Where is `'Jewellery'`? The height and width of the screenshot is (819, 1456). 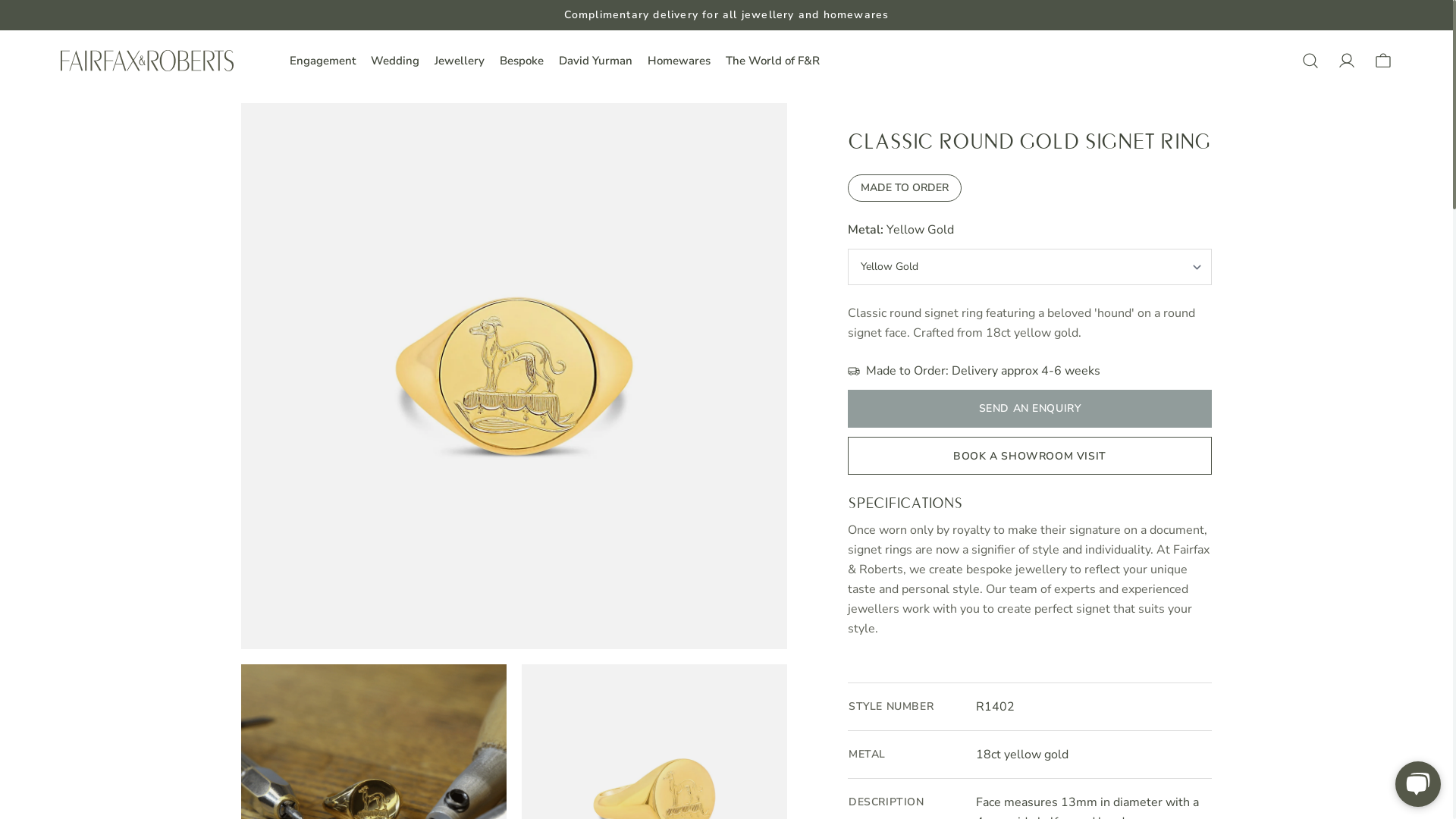
'Jewellery' is located at coordinates (458, 60).